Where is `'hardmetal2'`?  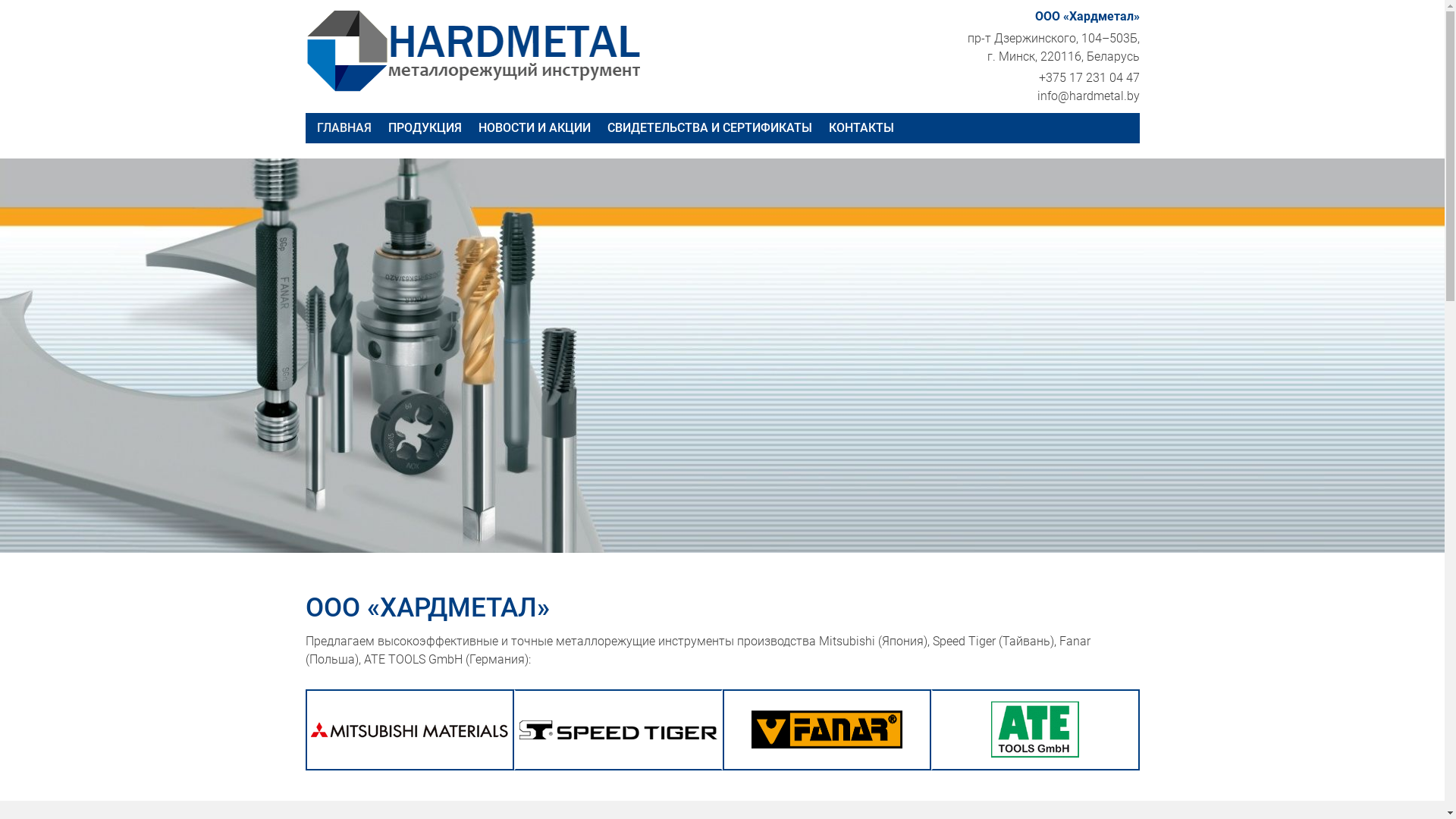
'hardmetal2' is located at coordinates (304, 49).